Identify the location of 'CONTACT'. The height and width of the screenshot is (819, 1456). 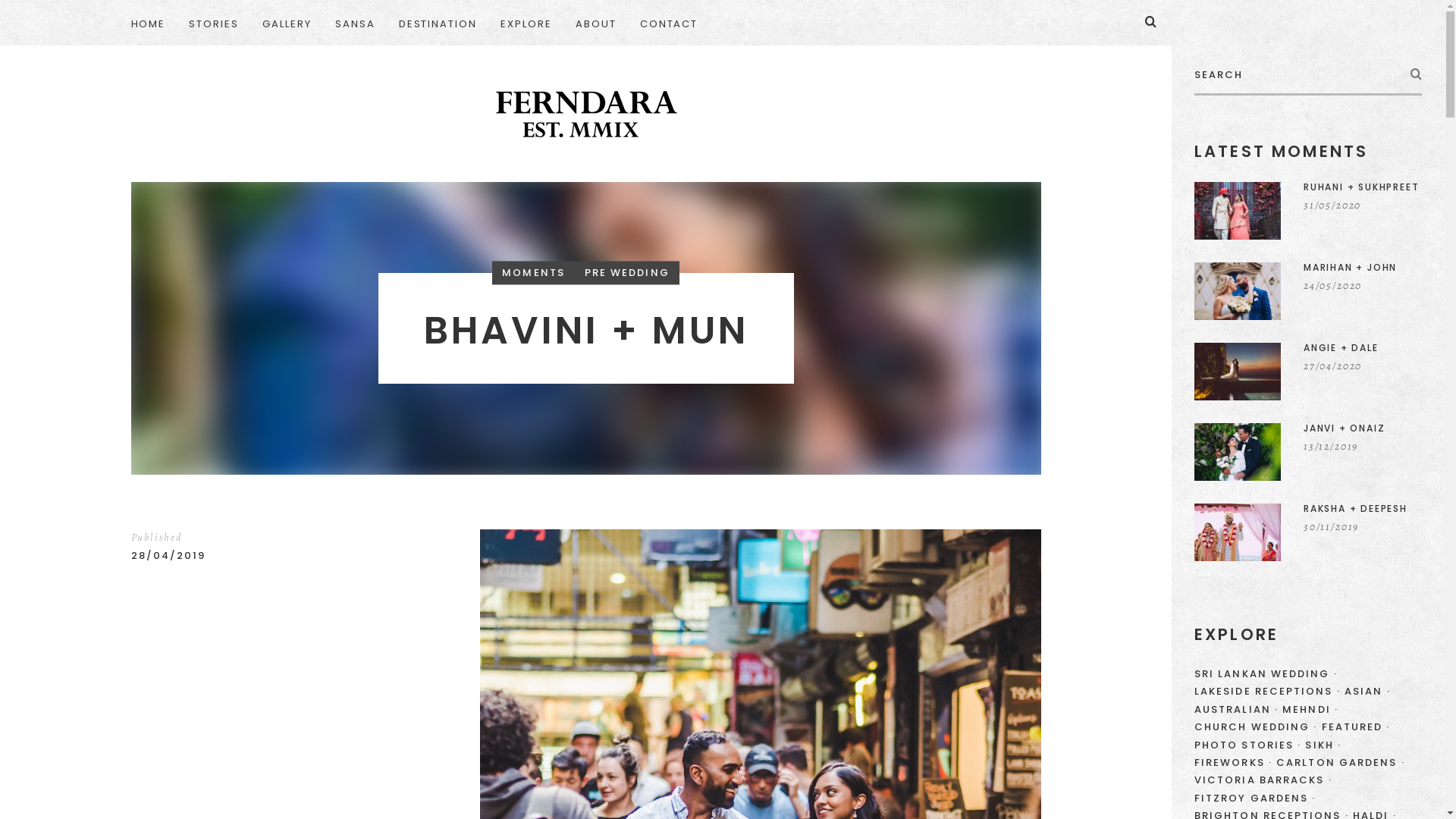
(668, 23).